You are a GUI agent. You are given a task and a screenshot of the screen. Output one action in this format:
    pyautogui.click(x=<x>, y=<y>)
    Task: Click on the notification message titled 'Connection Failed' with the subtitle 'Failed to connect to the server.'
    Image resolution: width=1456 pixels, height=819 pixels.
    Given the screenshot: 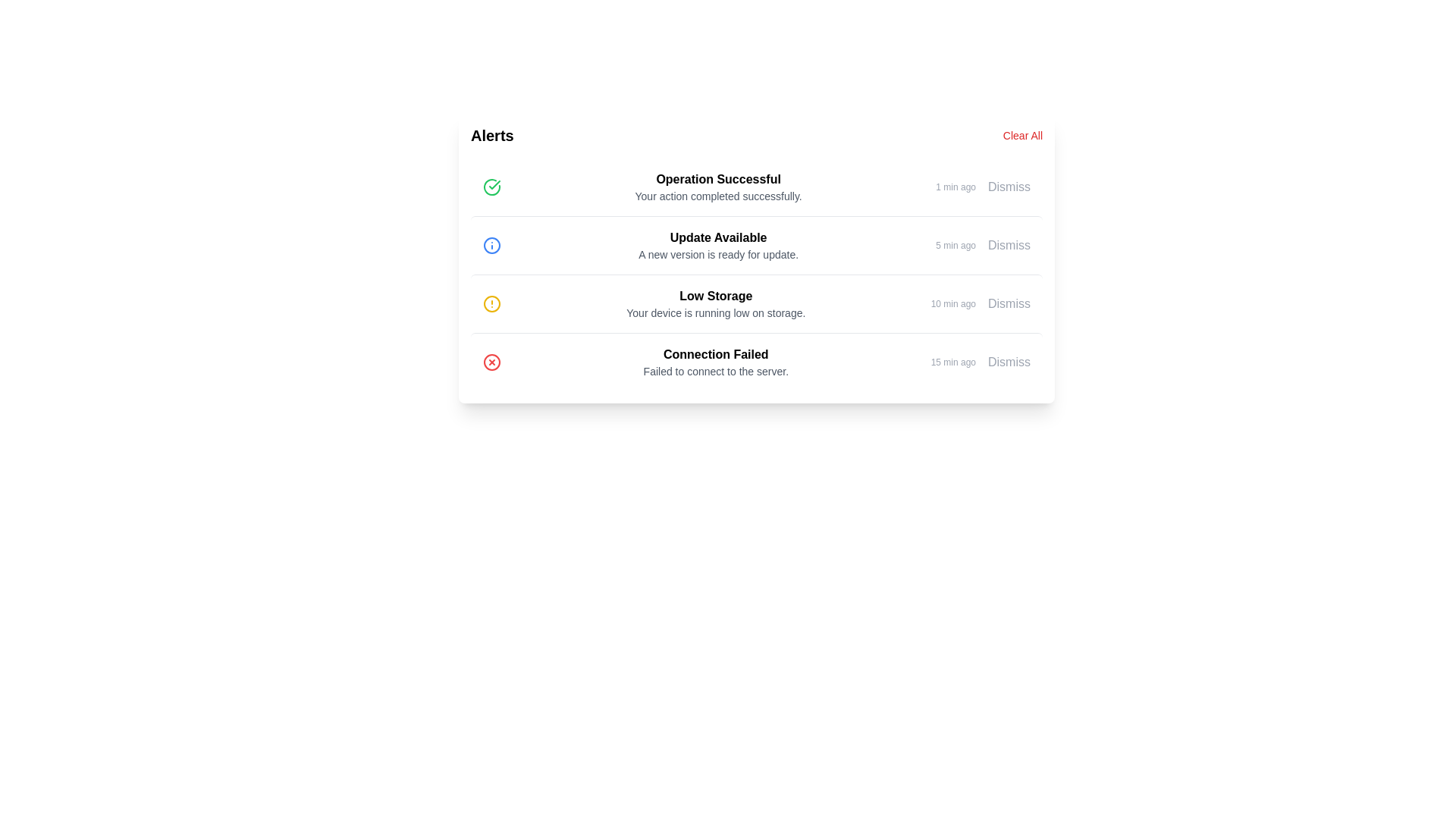 What is the action you would take?
    pyautogui.click(x=715, y=362)
    